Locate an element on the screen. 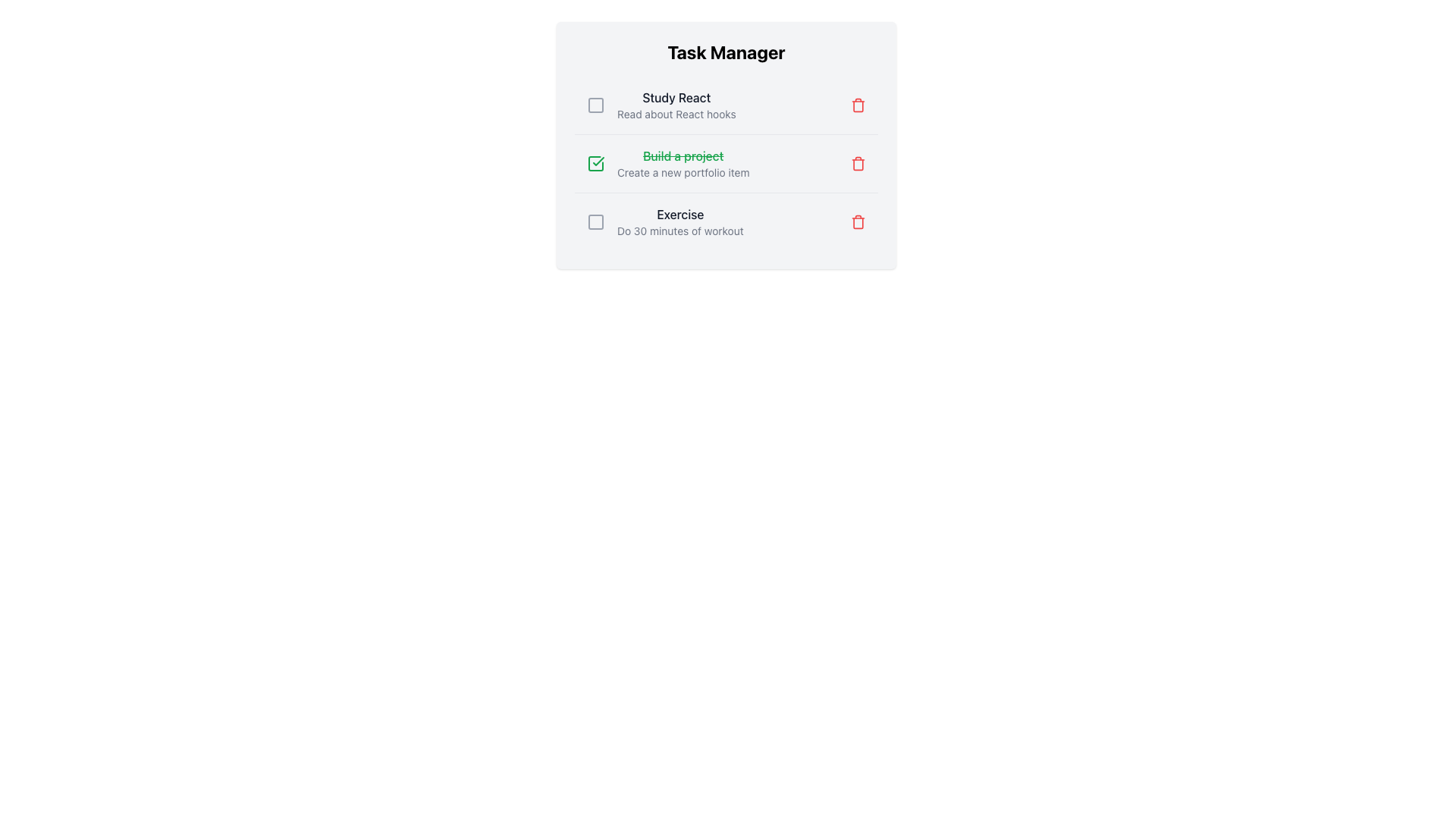 This screenshot has width=1456, height=819. the second task entry in the 'Task Manager' list is located at coordinates (726, 164).